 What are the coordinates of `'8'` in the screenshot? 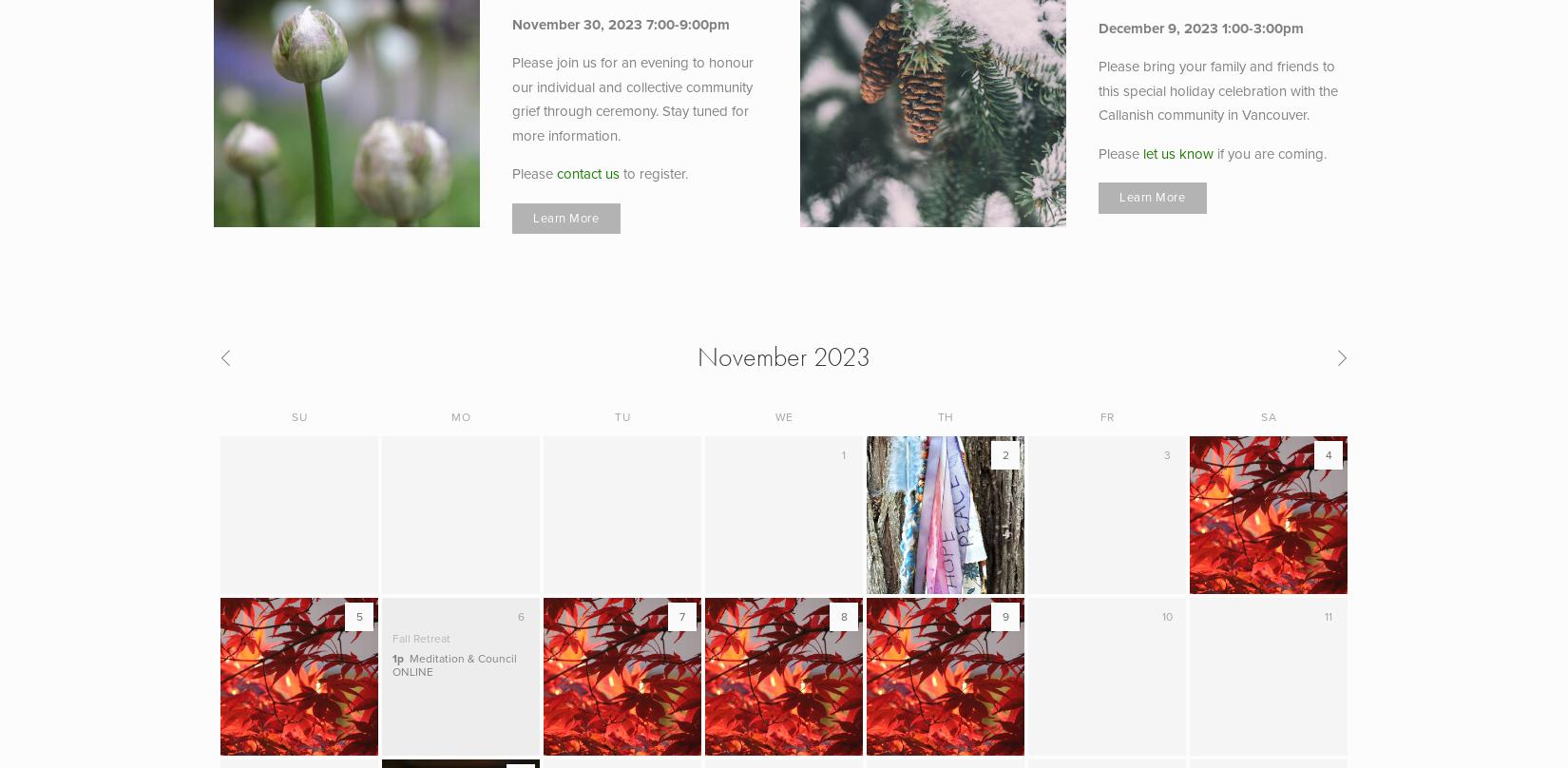 It's located at (840, 616).